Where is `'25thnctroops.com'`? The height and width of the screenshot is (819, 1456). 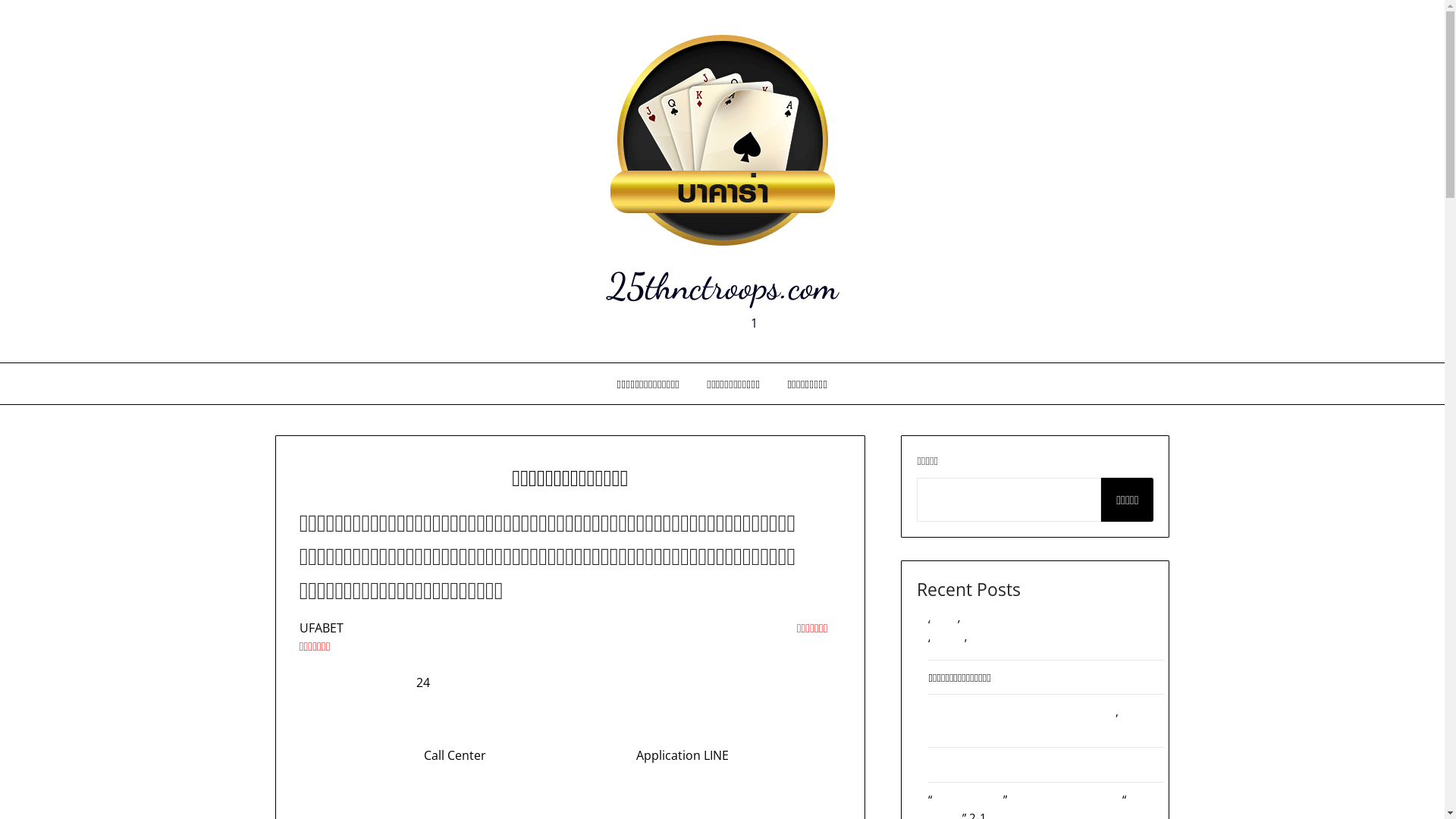 '25thnctroops.com' is located at coordinates (721, 286).